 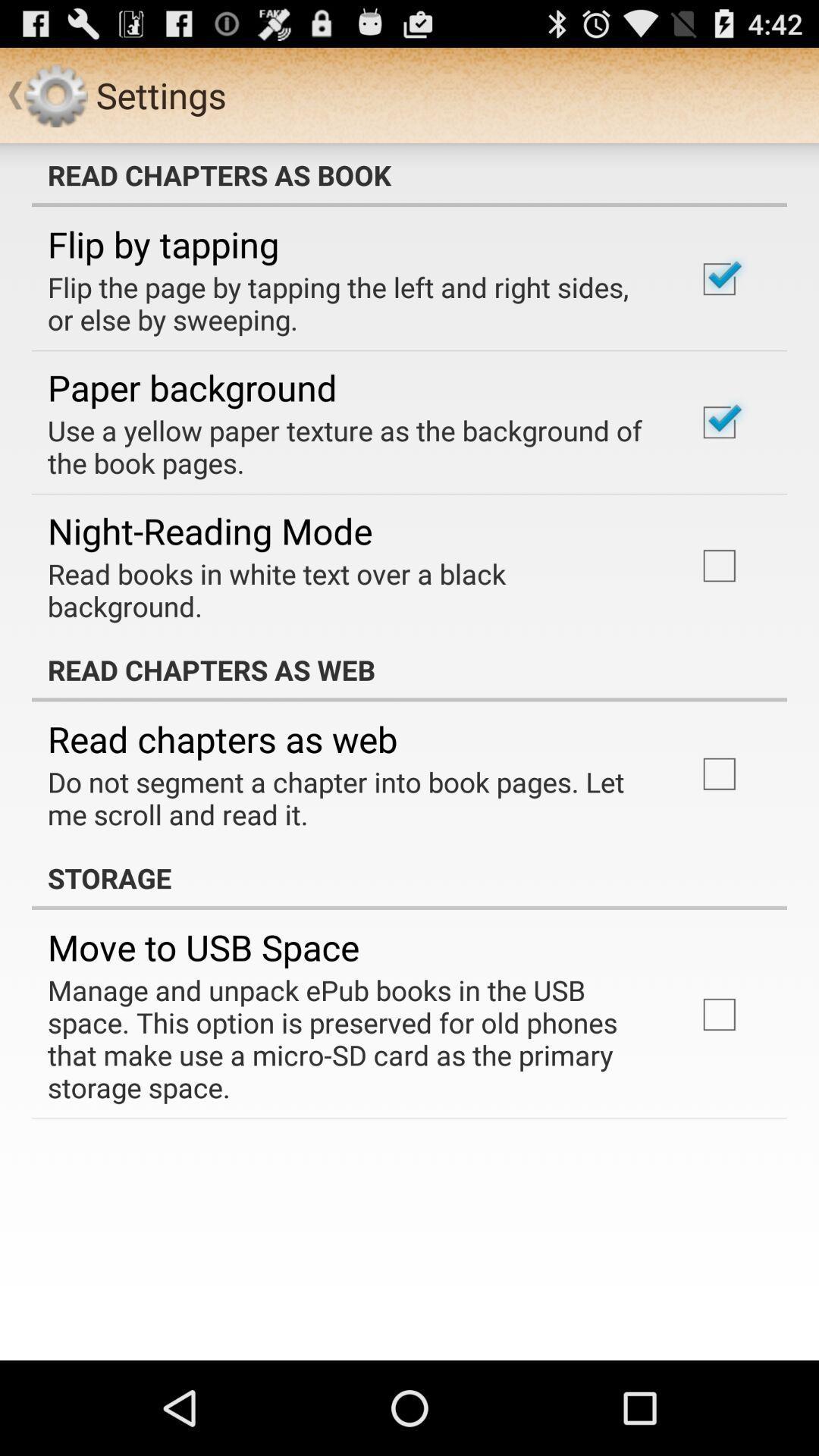 What do you see at coordinates (351, 1037) in the screenshot?
I see `manage and unpack at the bottom` at bounding box center [351, 1037].